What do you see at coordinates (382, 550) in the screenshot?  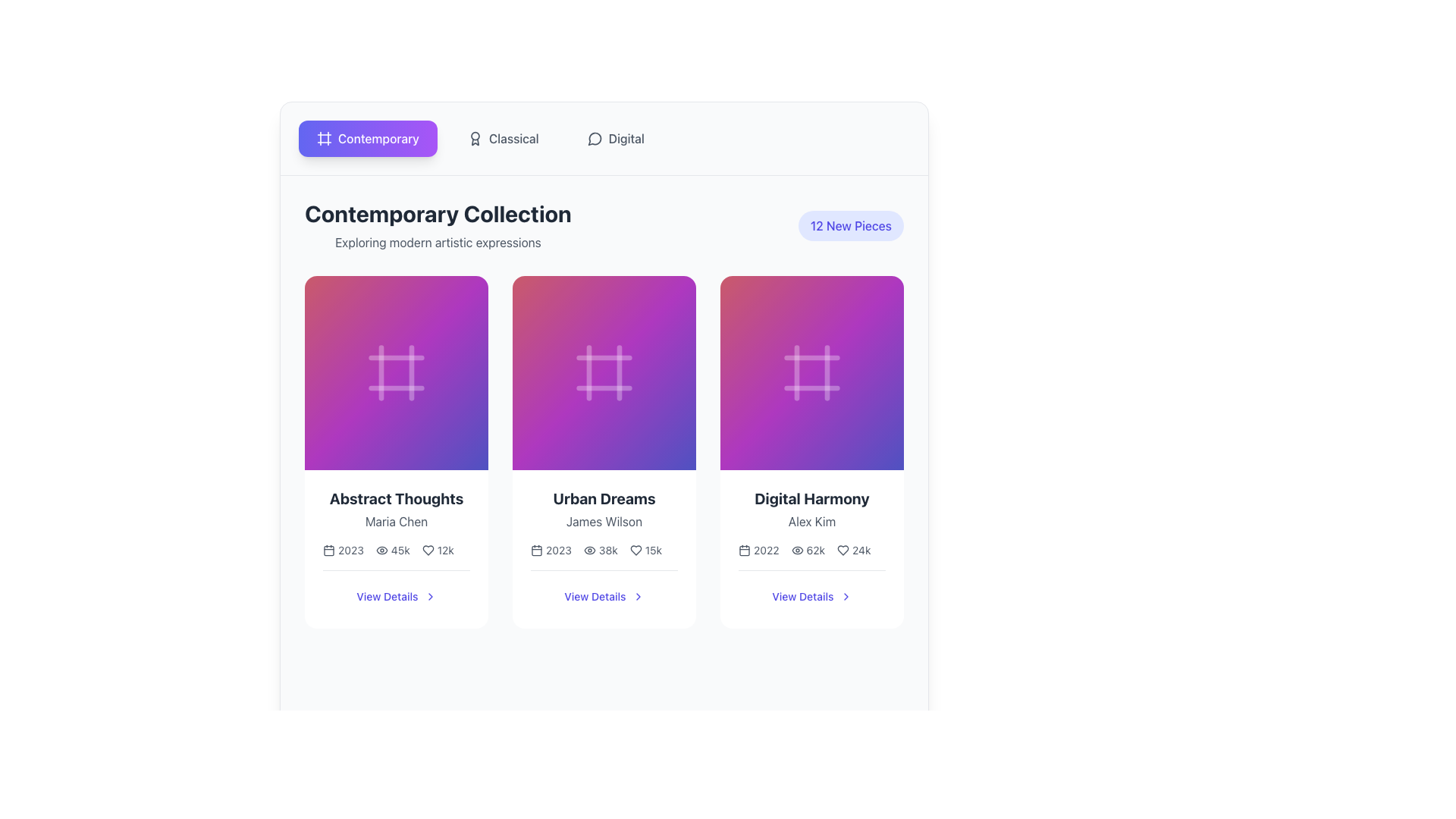 I see `the eye icon located in the middle of the horizontal group beneath the 'Abstract Thoughts' card header` at bounding box center [382, 550].